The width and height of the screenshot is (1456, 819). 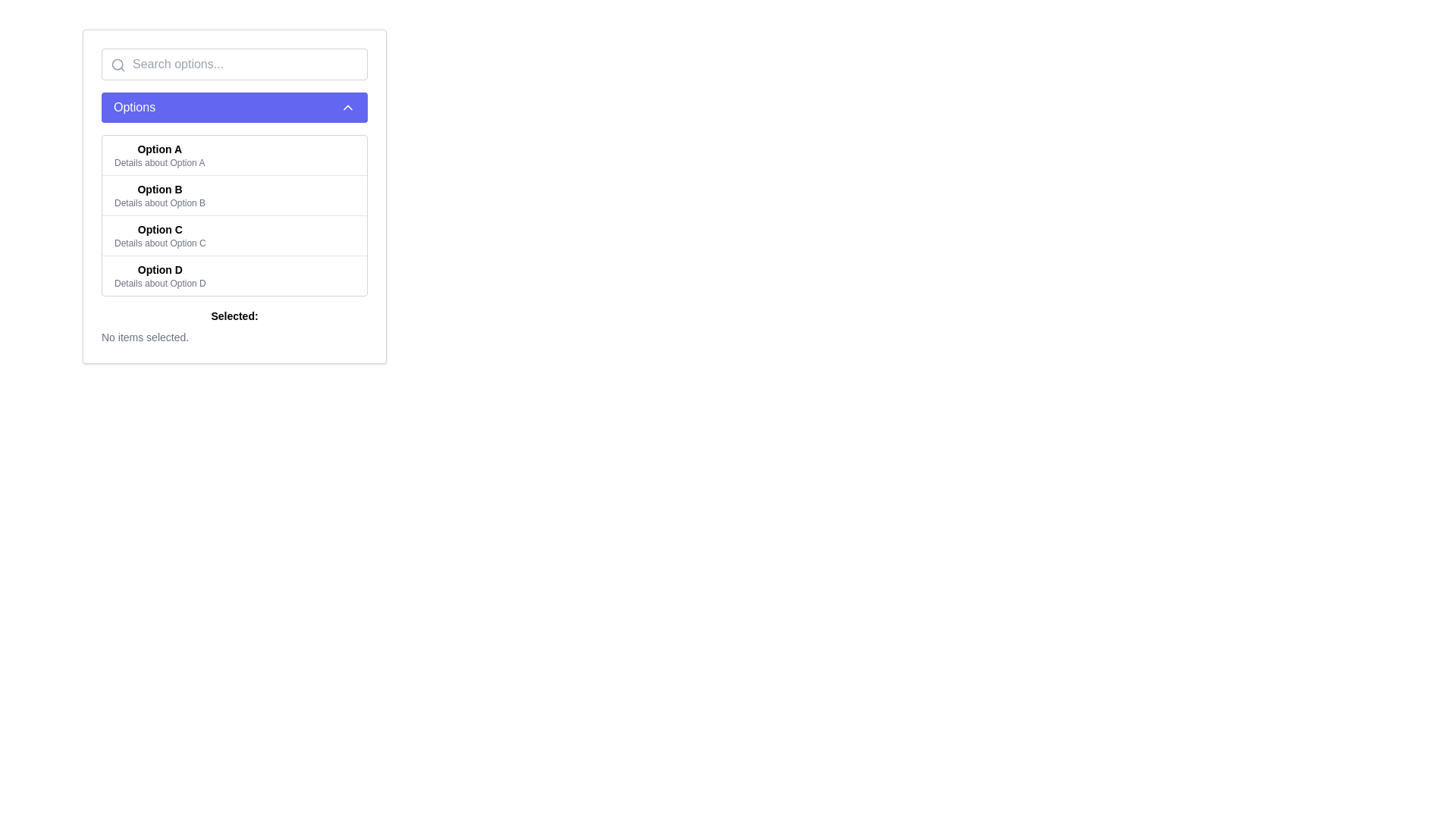 I want to click on the static text label providing additional information about 'Option A', located beneath the 'Option A' label in the options list, so click(x=159, y=163).